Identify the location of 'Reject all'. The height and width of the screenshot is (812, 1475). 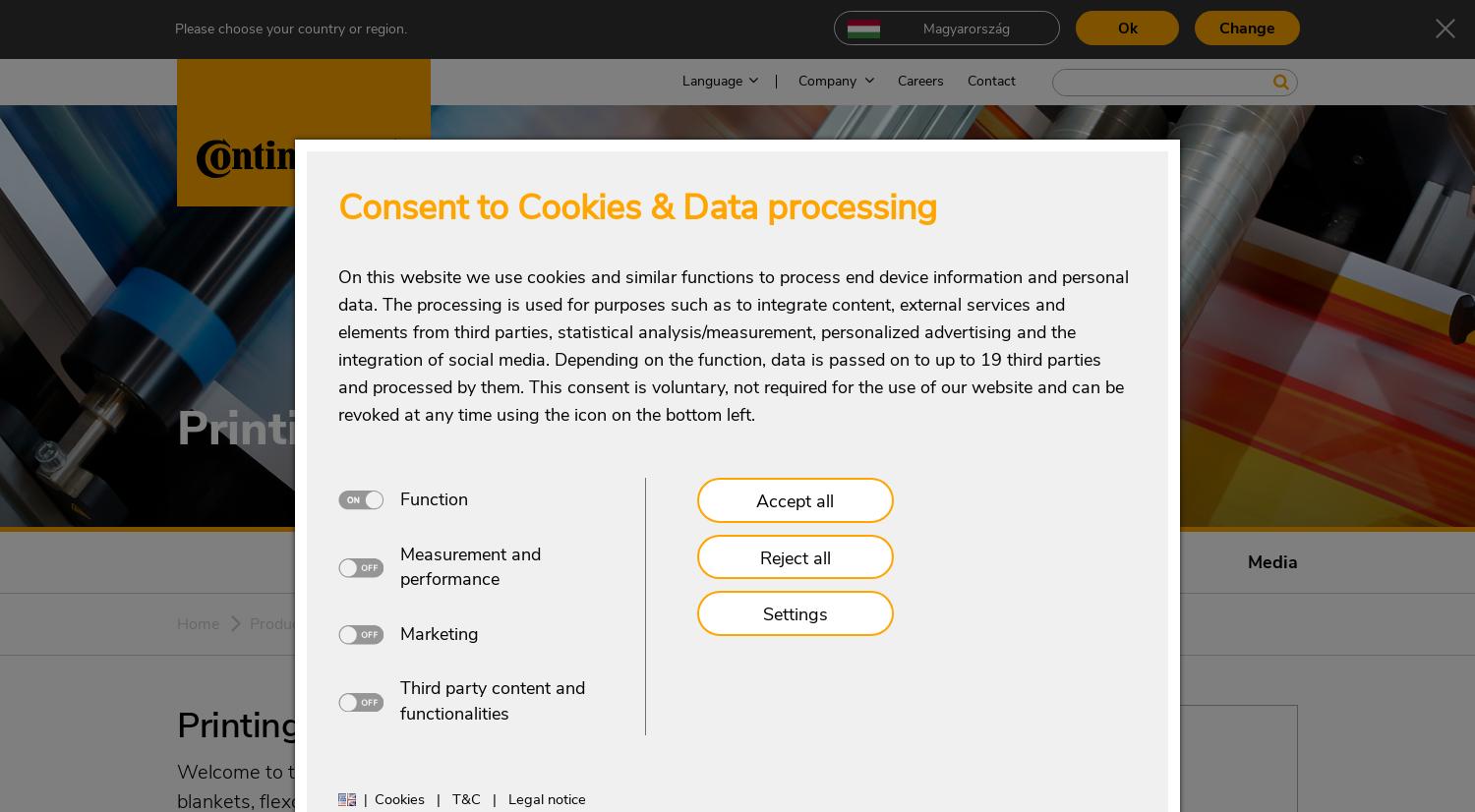
(795, 555).